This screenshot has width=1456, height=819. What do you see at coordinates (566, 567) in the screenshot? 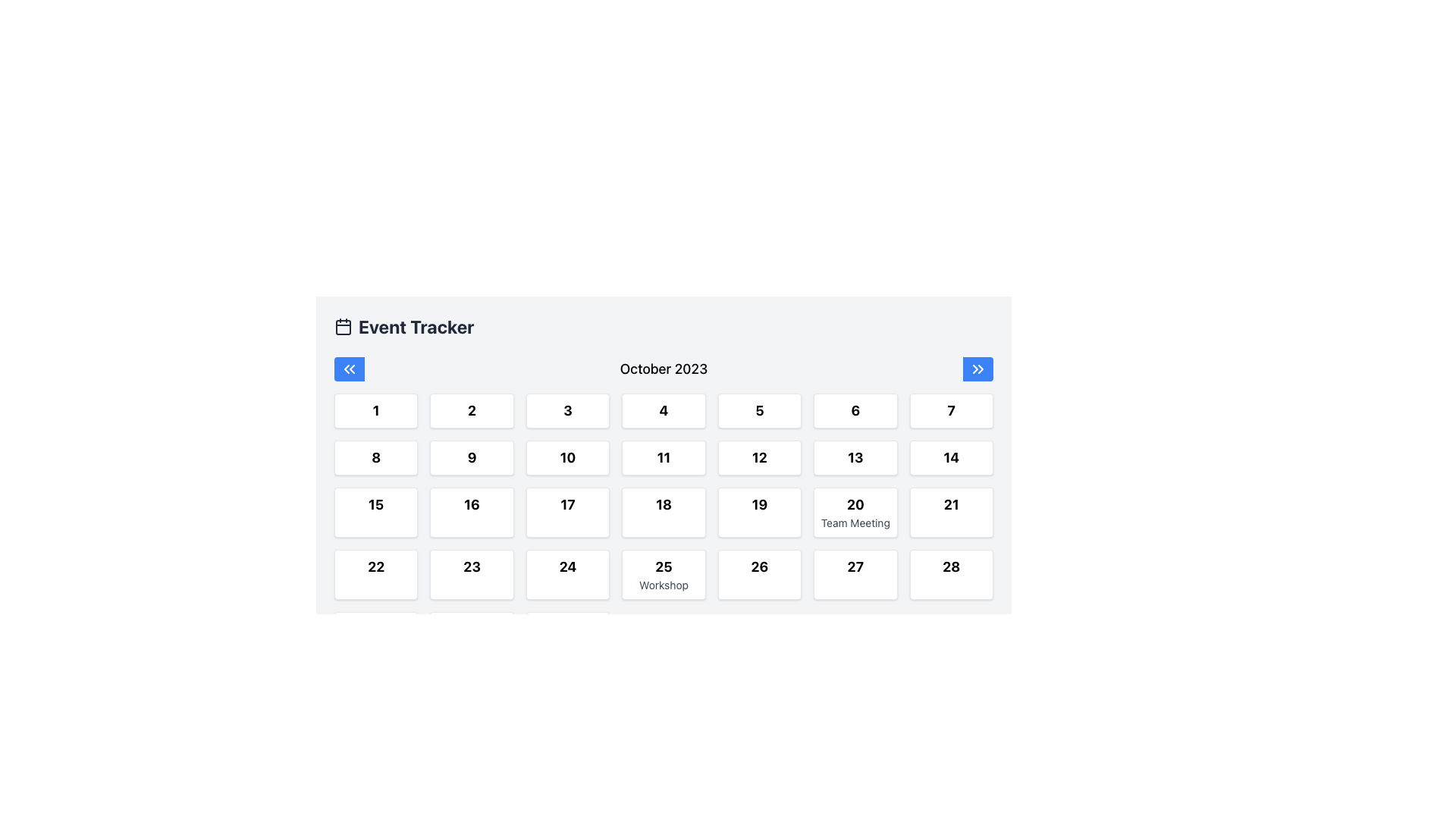
I see `the text label representing the date 24 on the calendar` at bounding box center [566, 567].